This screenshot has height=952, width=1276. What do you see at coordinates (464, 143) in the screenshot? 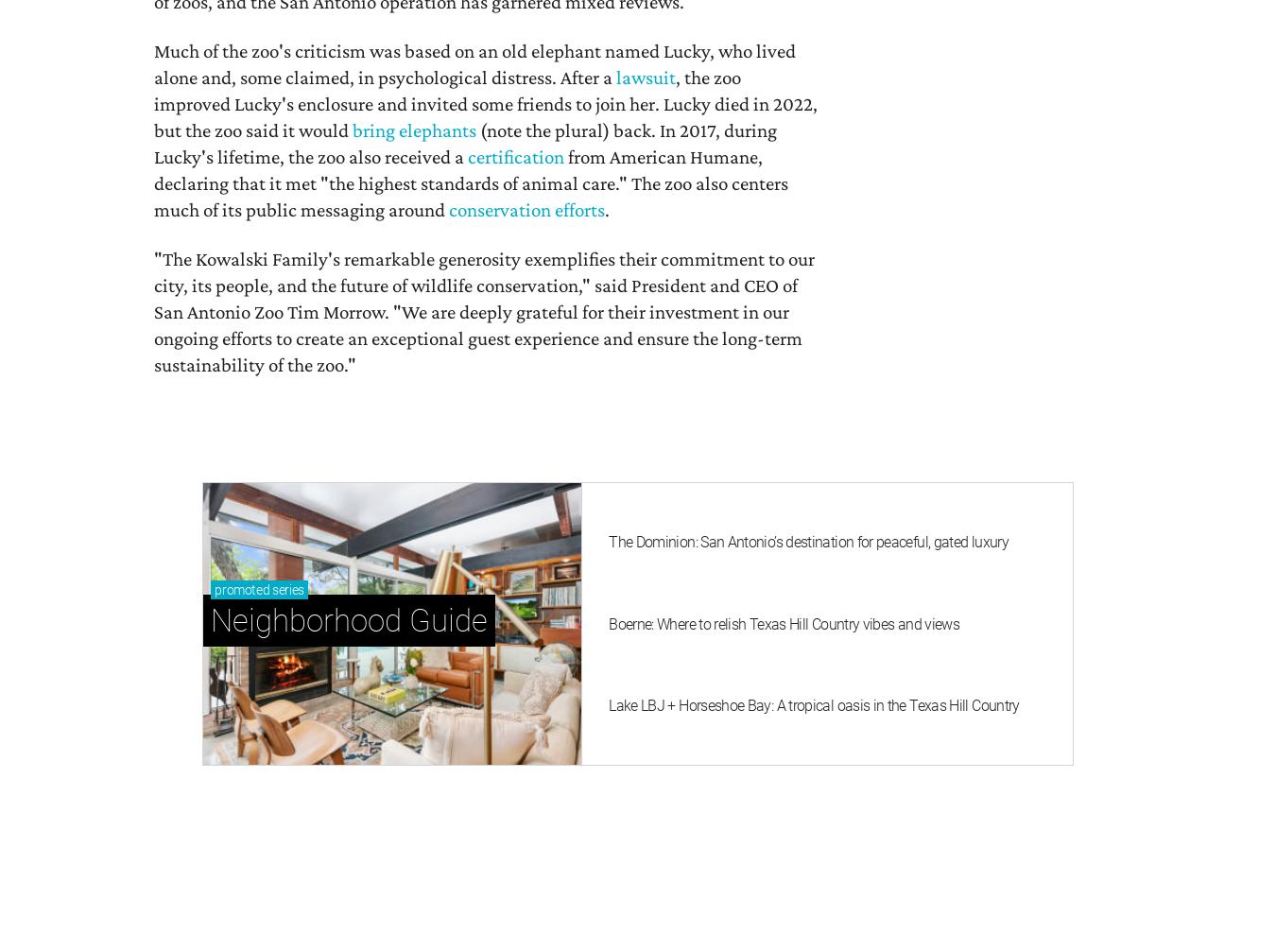
I see `'(note the plural) back. In 2017, during Lucky's lifetime, the zoo also received a'` at bounding box center [464, 143].